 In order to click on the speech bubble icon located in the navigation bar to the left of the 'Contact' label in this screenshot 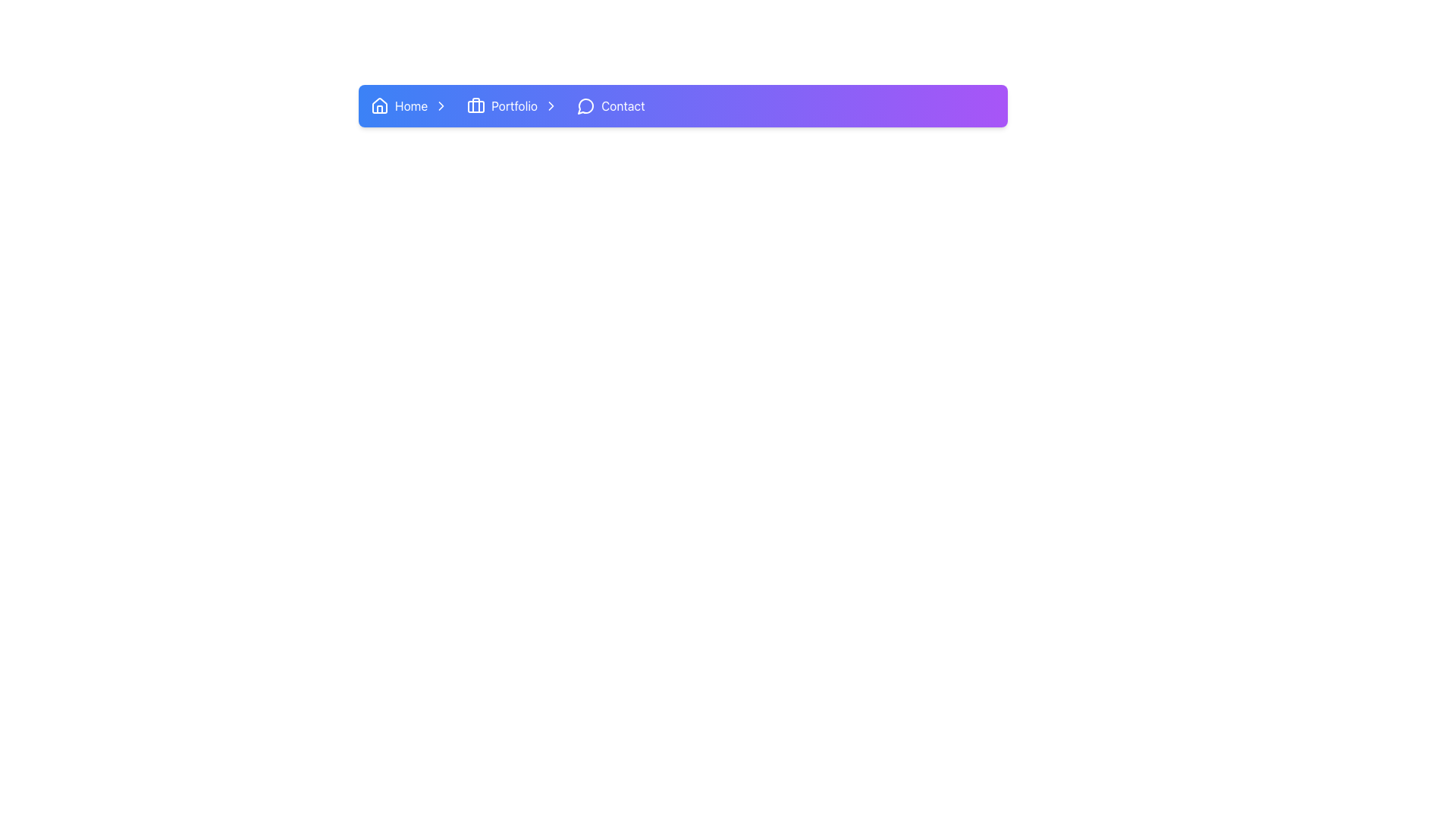, I will do `click(585, 105)`.